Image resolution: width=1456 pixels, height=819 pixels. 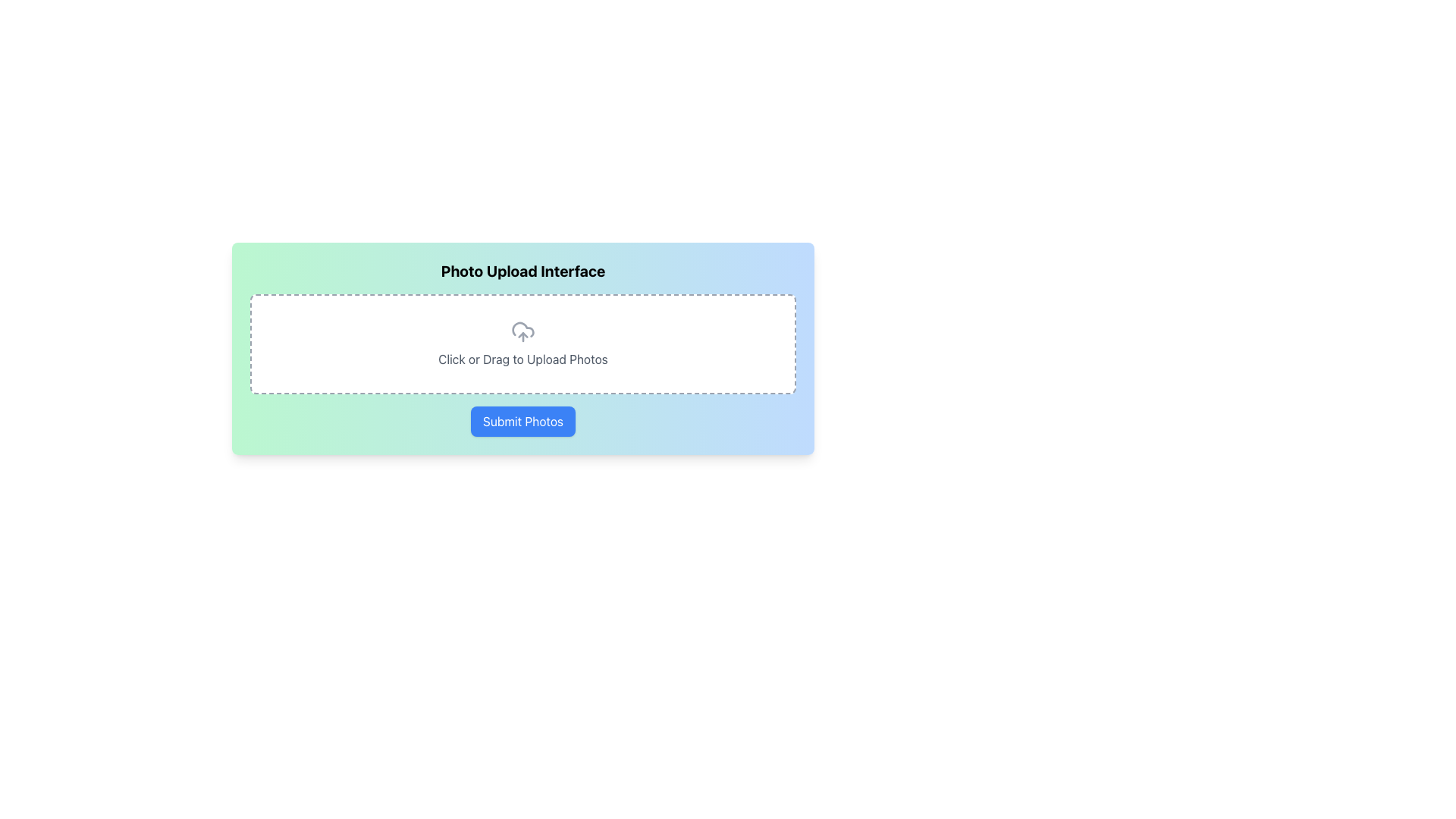 I want to click on the file upload drop area located below the 'Photo Upload Interface' title and above the 'Submit Photos' button, so click(x=523, y=344).